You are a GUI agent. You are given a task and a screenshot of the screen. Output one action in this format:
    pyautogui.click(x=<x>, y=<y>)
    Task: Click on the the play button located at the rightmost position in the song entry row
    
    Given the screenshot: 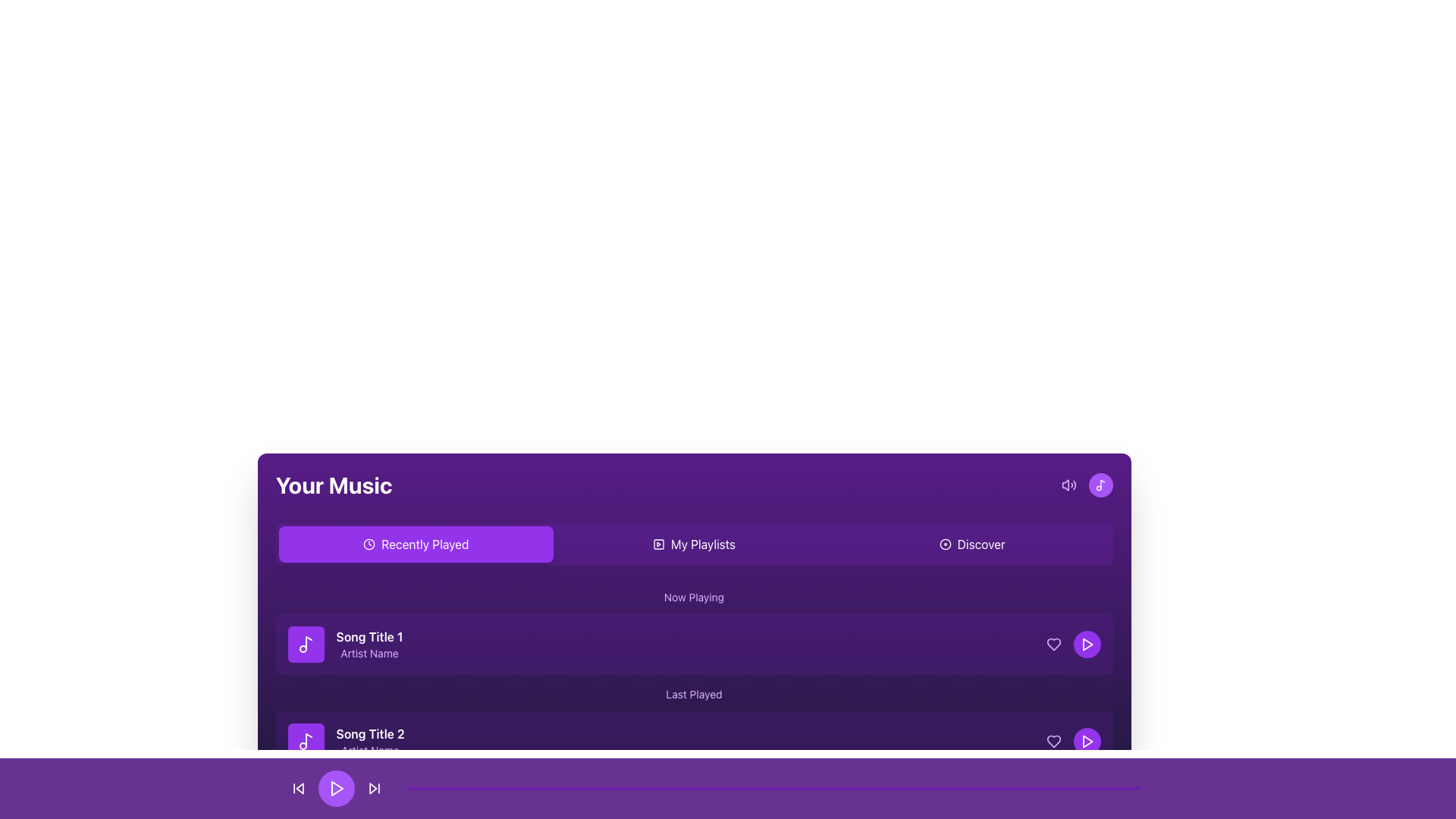 What is the action you would take?
    pyautogui.click(x=1086, y=644)
    